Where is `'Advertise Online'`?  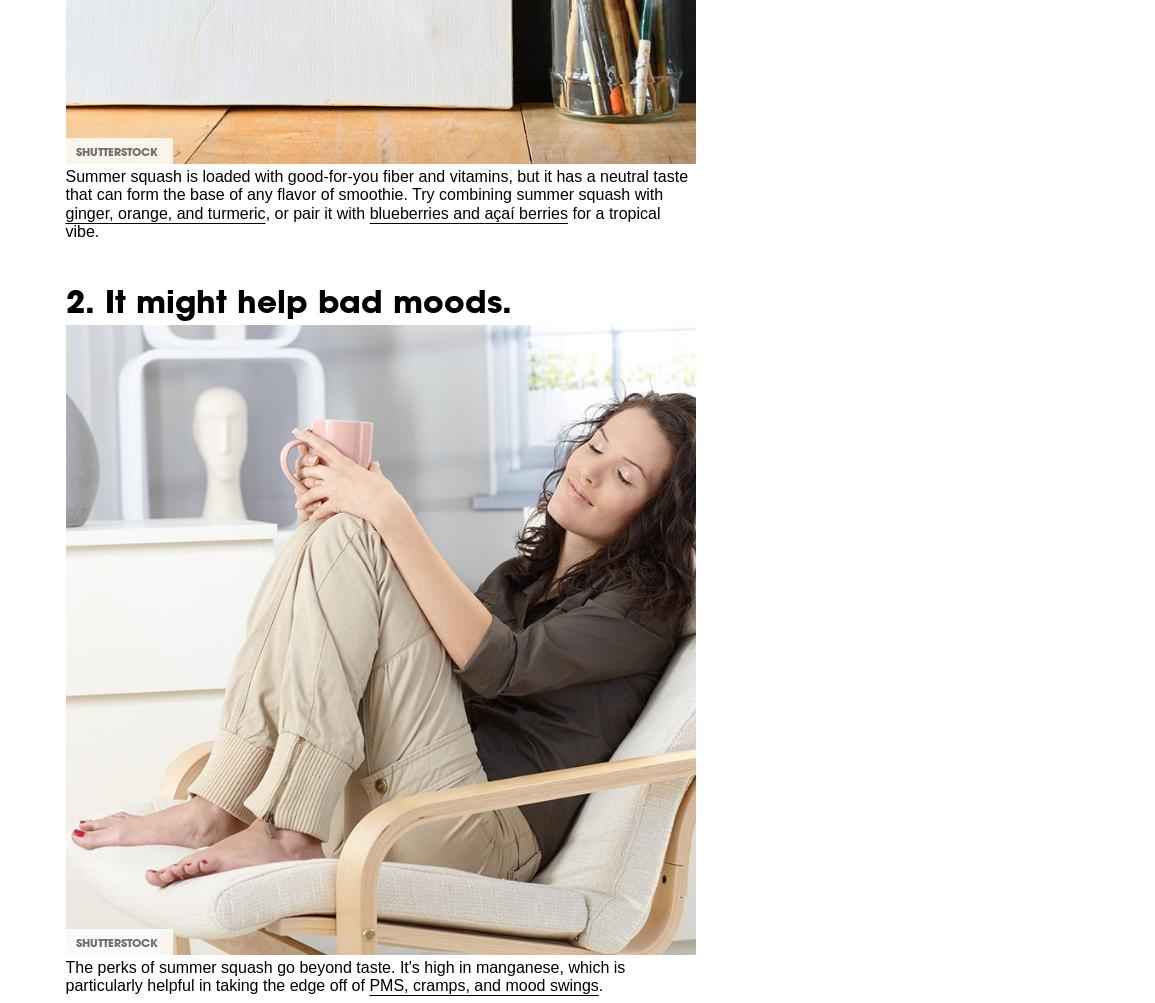 'Advertise Online' is located at coordinates (895, 50).